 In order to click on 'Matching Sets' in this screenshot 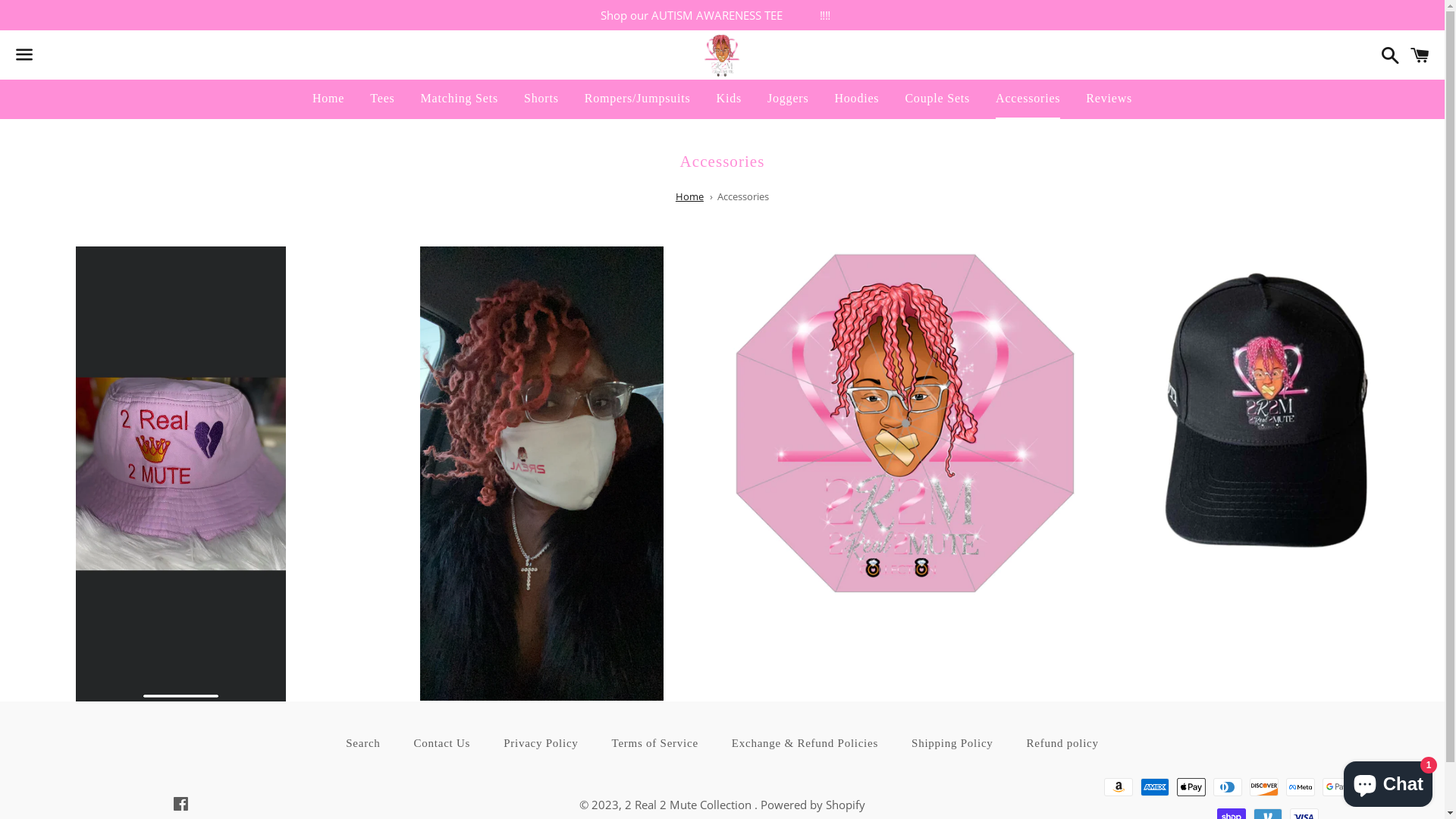, I will do `click(409, 99)`.